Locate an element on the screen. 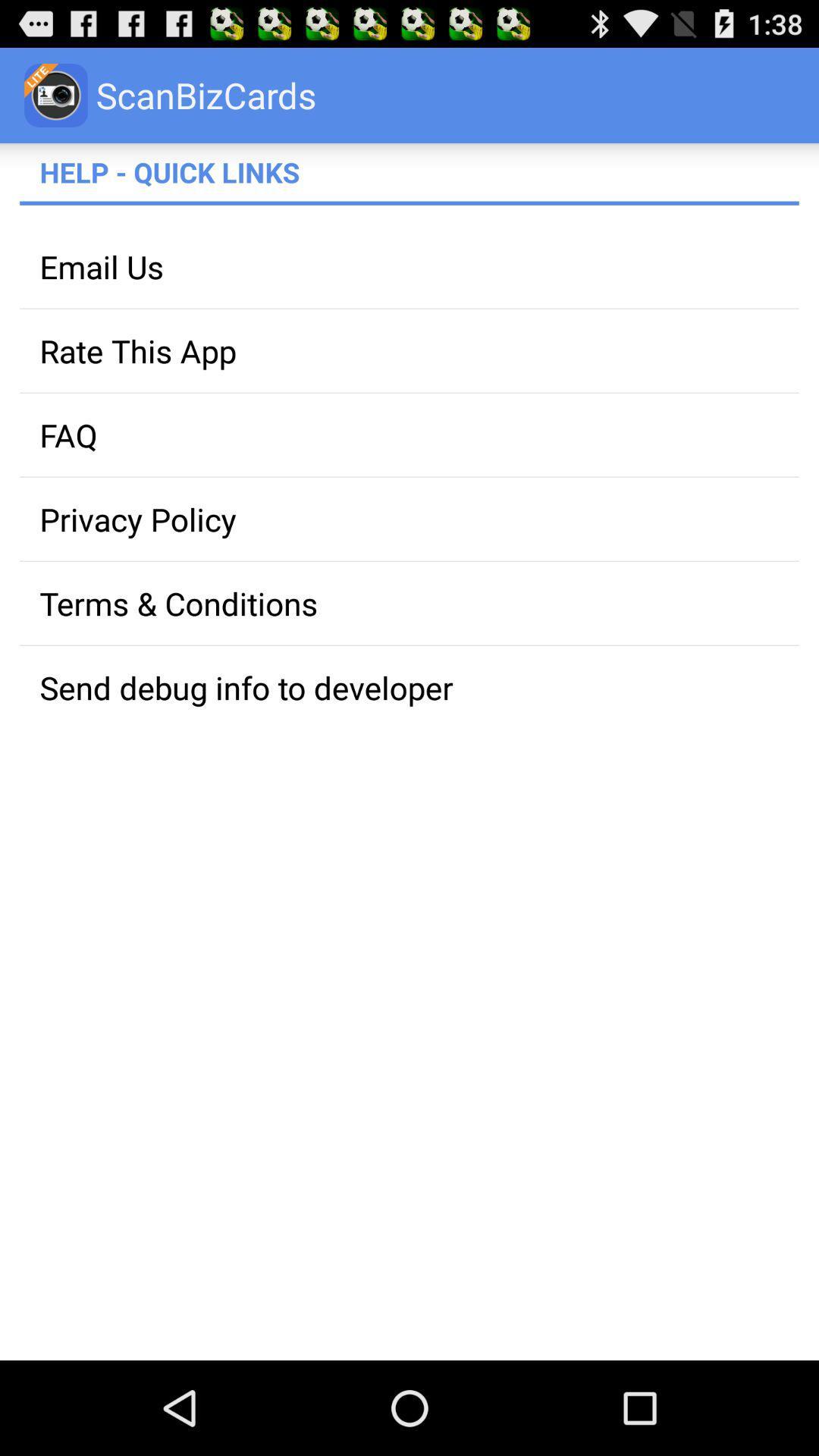 This screenshot has height=1456, width=819. the privacy policy app is located at coordinates (409, 519).